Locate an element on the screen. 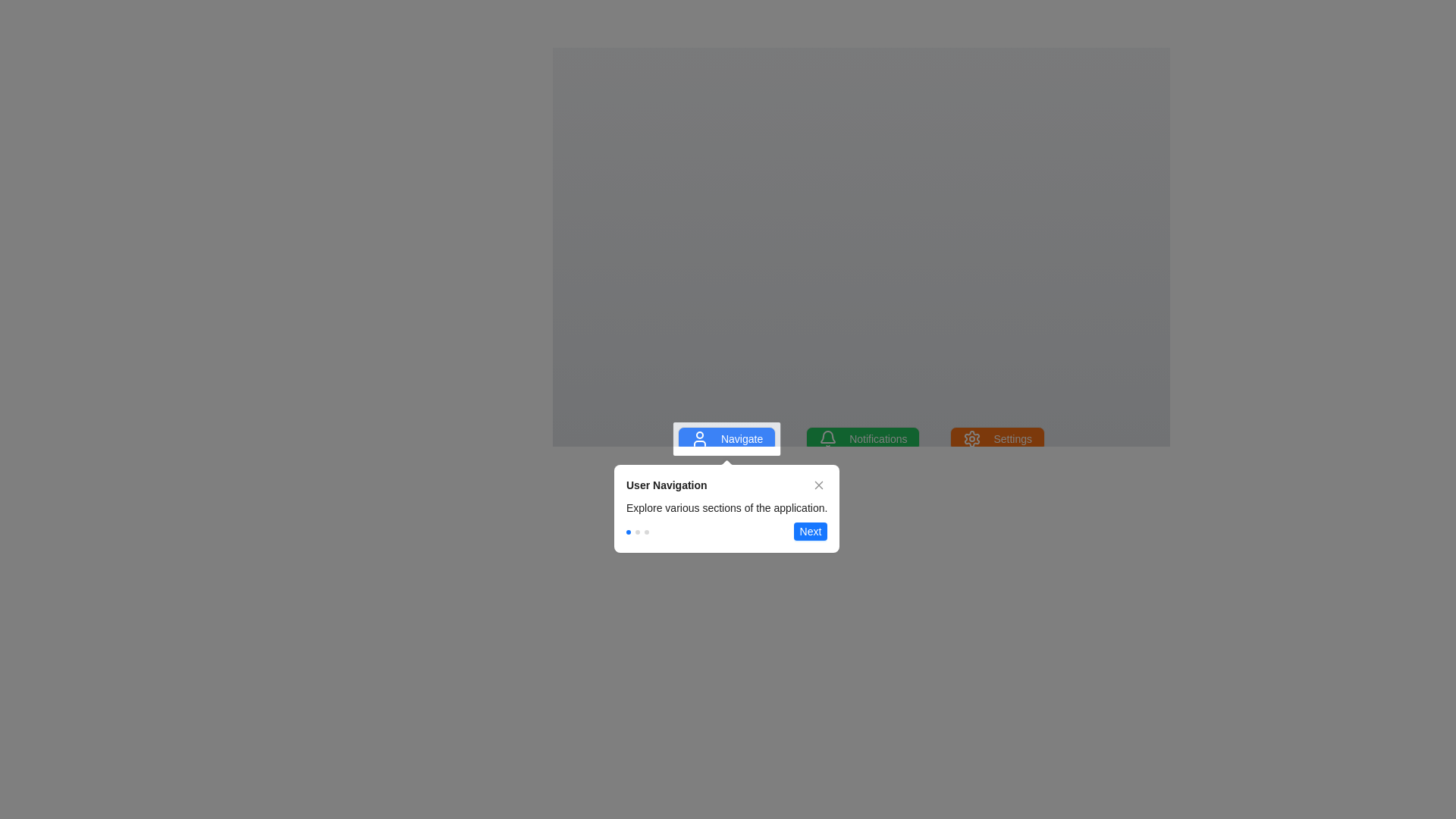  the green 'Notifications' button with a white bell icon to observe its hover effect is located at coordinates (863, 438).